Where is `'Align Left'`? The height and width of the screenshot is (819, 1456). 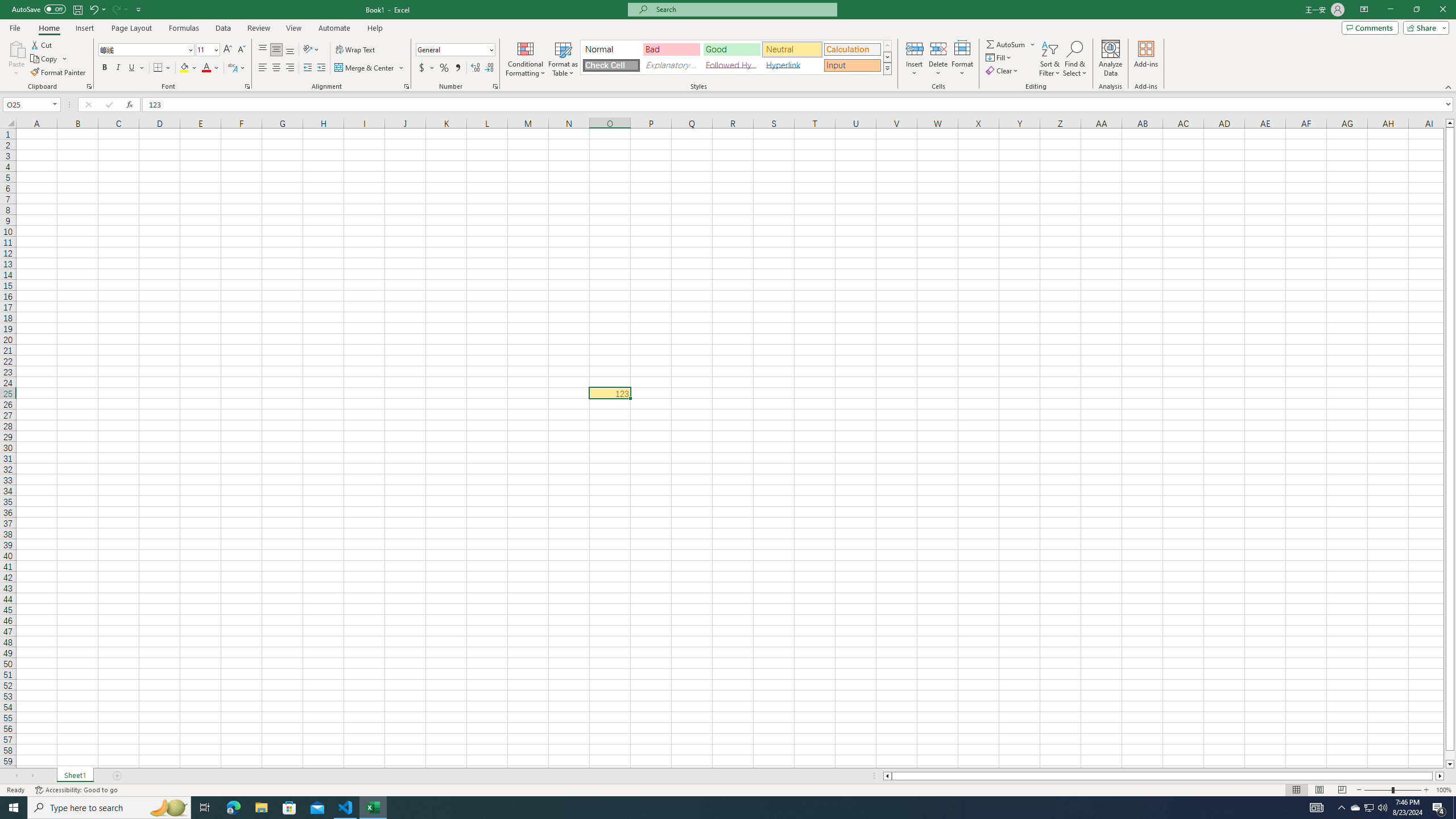 'Align Left' is located at coordinates (262, 67).